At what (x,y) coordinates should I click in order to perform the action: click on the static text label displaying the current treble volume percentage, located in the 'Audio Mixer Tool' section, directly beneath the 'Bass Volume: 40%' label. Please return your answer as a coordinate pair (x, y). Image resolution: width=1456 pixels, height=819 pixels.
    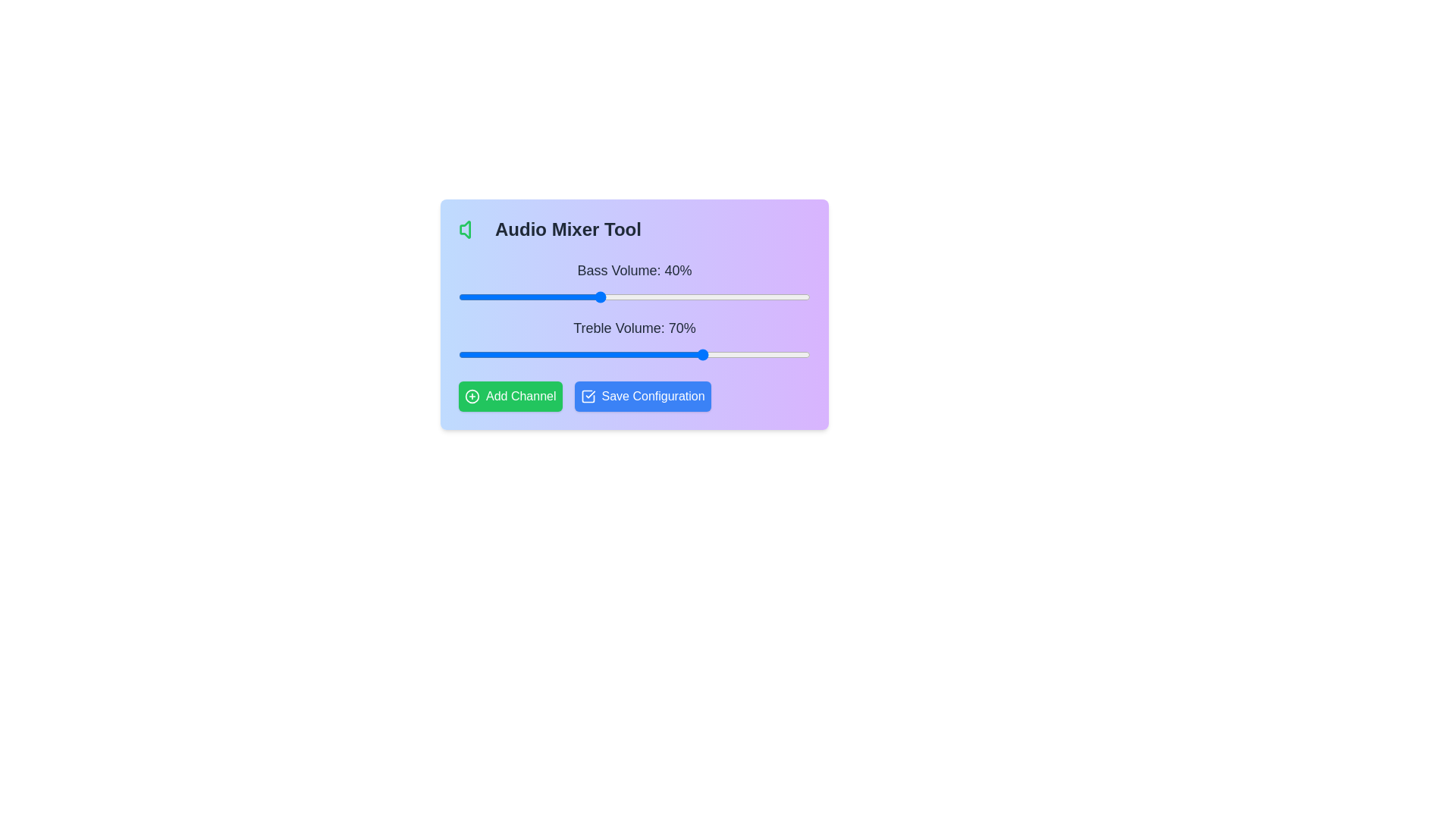
    Looking at the image, I should click on (634, 327).